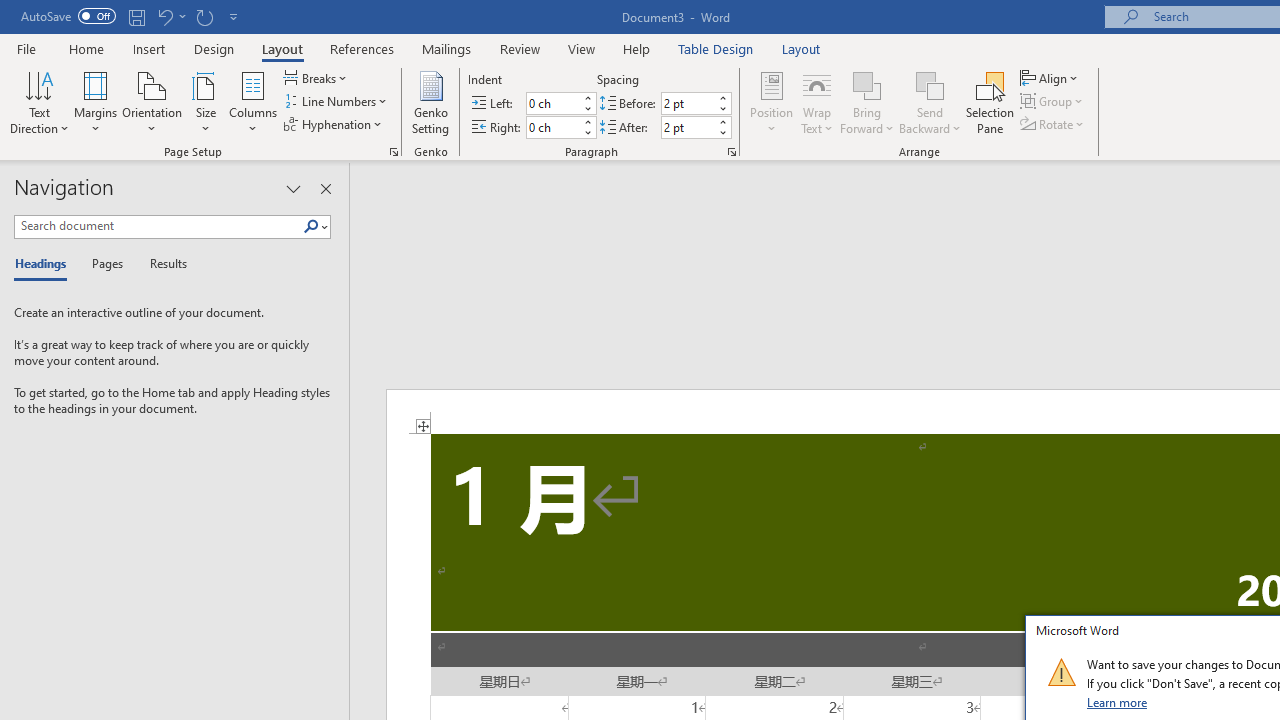  I want to click on 'Page Setup...', so click(394, 150).